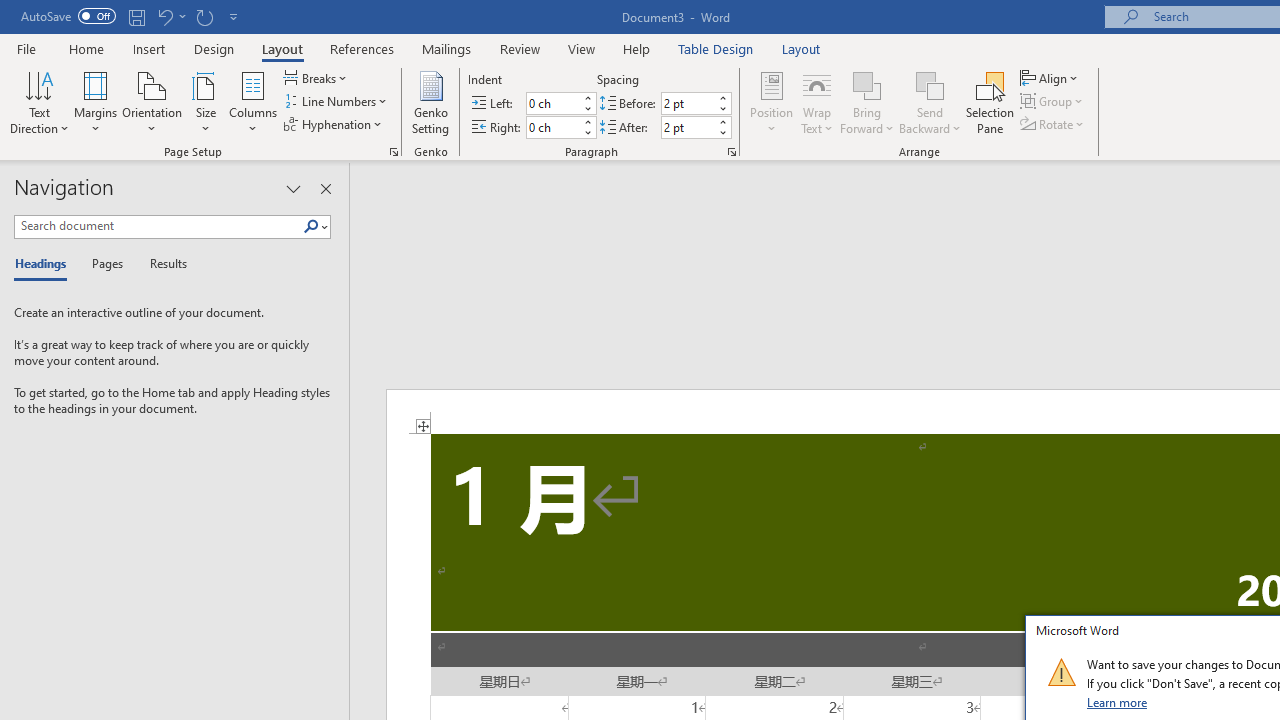  I want to click on 'Page Setup...', so click(394, 150).